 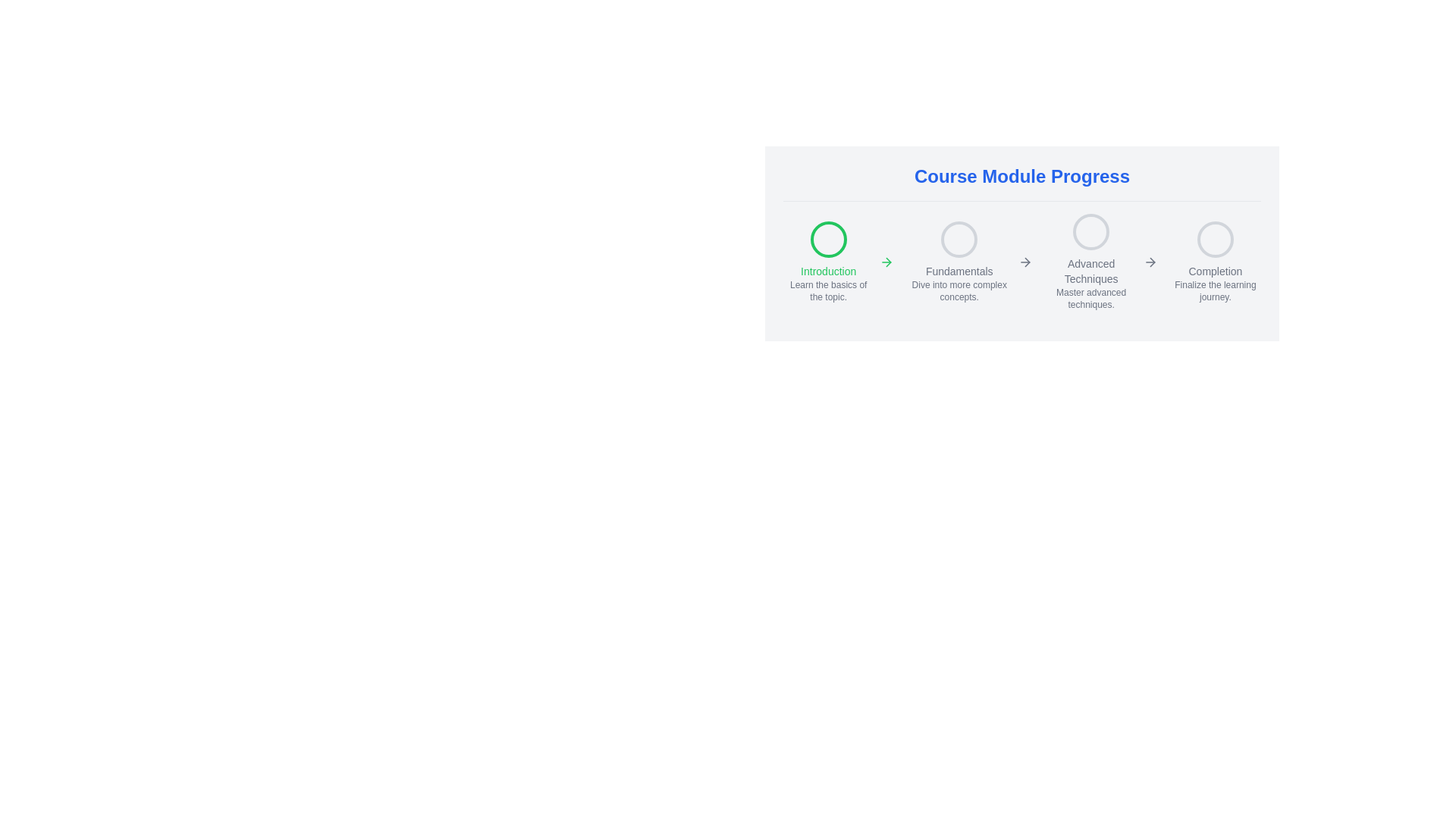 What do you see at coordinates (1150, 262) in the screenshot?
I see `the arrow icon that symbolizes advancement or navigation to the next module, located to the right of the text 'Advanced Techniques'` at bounding box center [1150, 262].